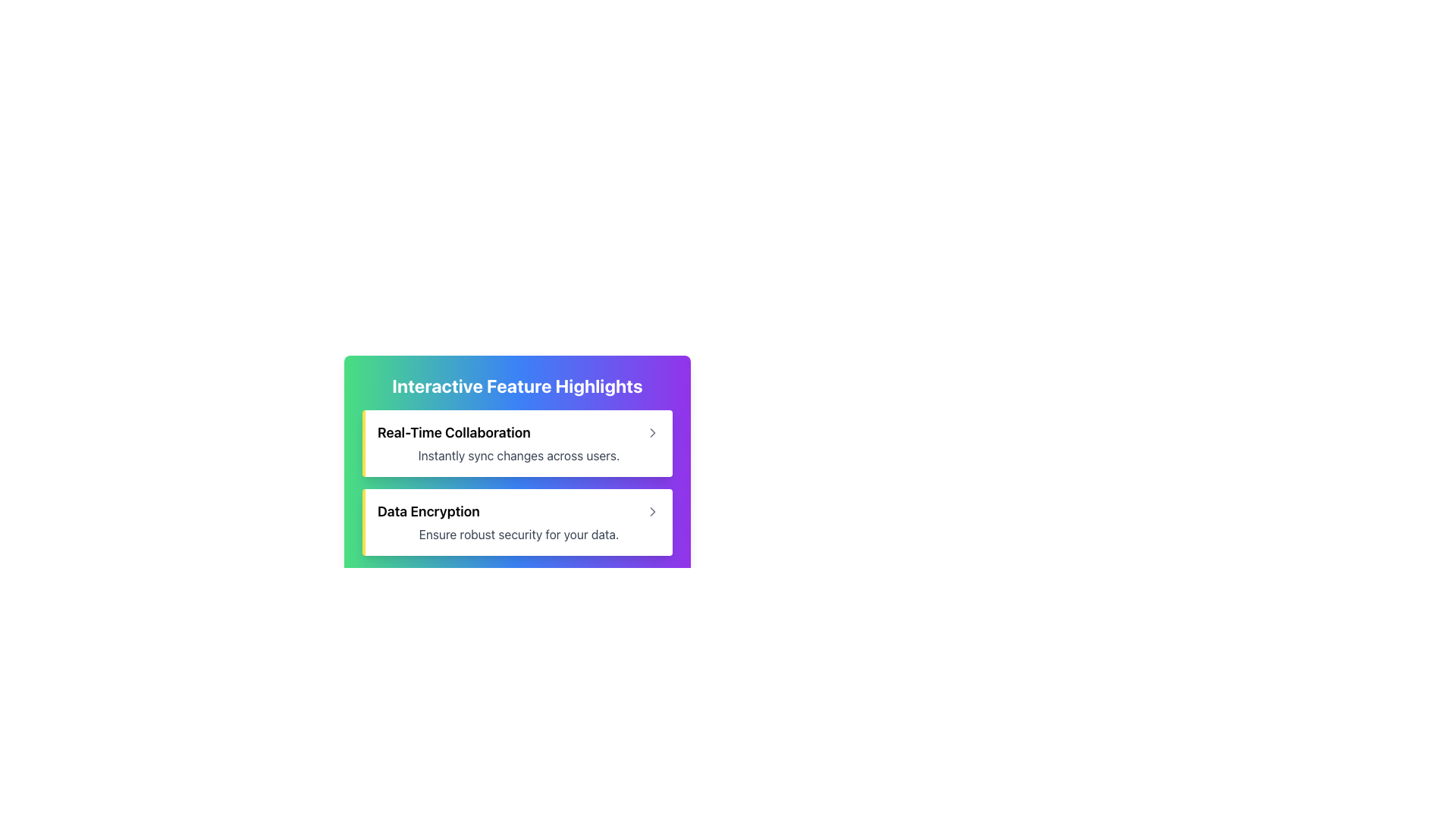  What do you see at coordinates (519, 455) in the screenshot?
I see `the text label displaying 'Instantly sync changes across users.' located below the title 'Real-Time Collaboration' in a feature description panel` at bounding box center [519, 455].